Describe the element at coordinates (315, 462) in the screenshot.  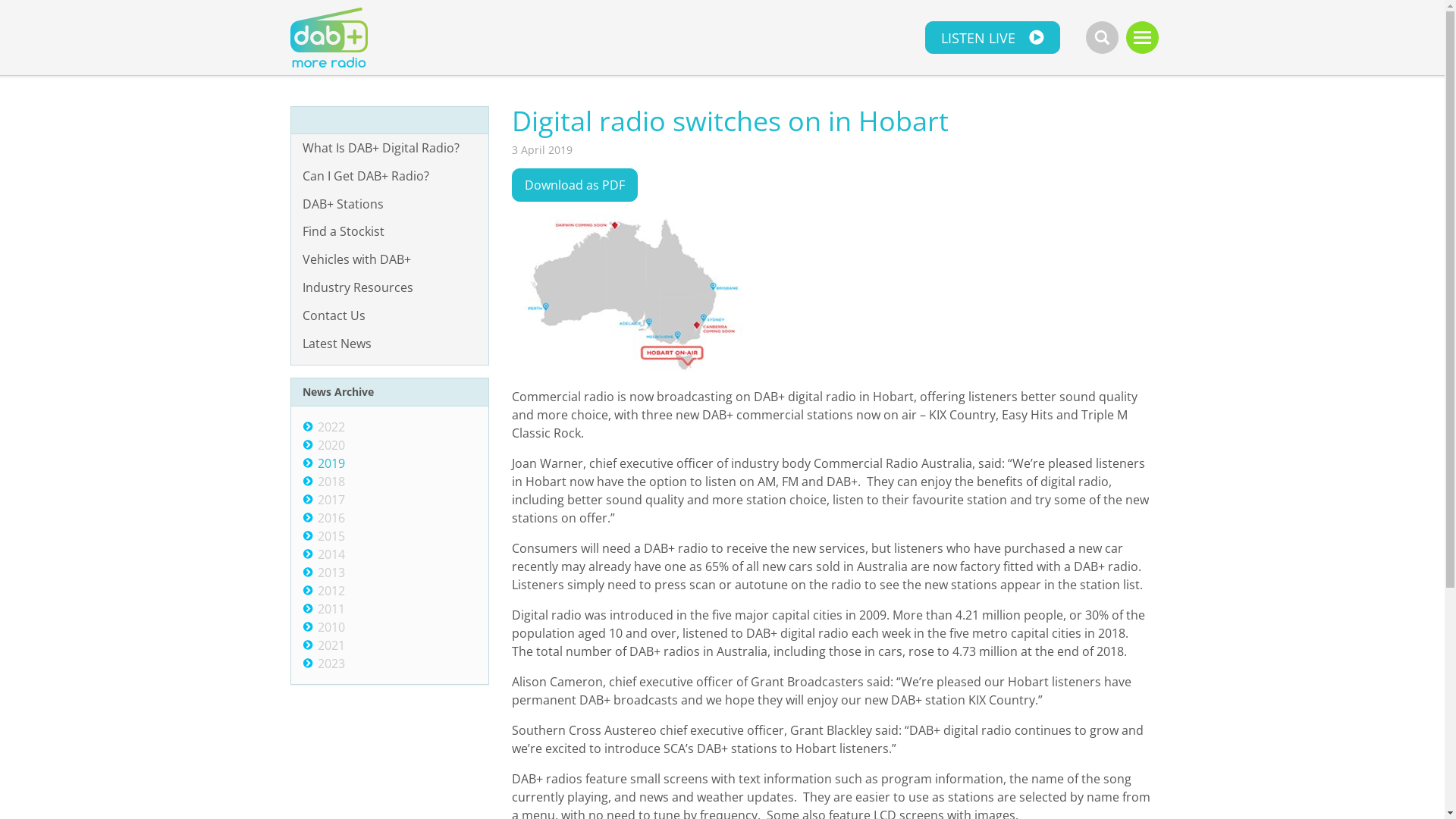
I see `'2019'` at that location.